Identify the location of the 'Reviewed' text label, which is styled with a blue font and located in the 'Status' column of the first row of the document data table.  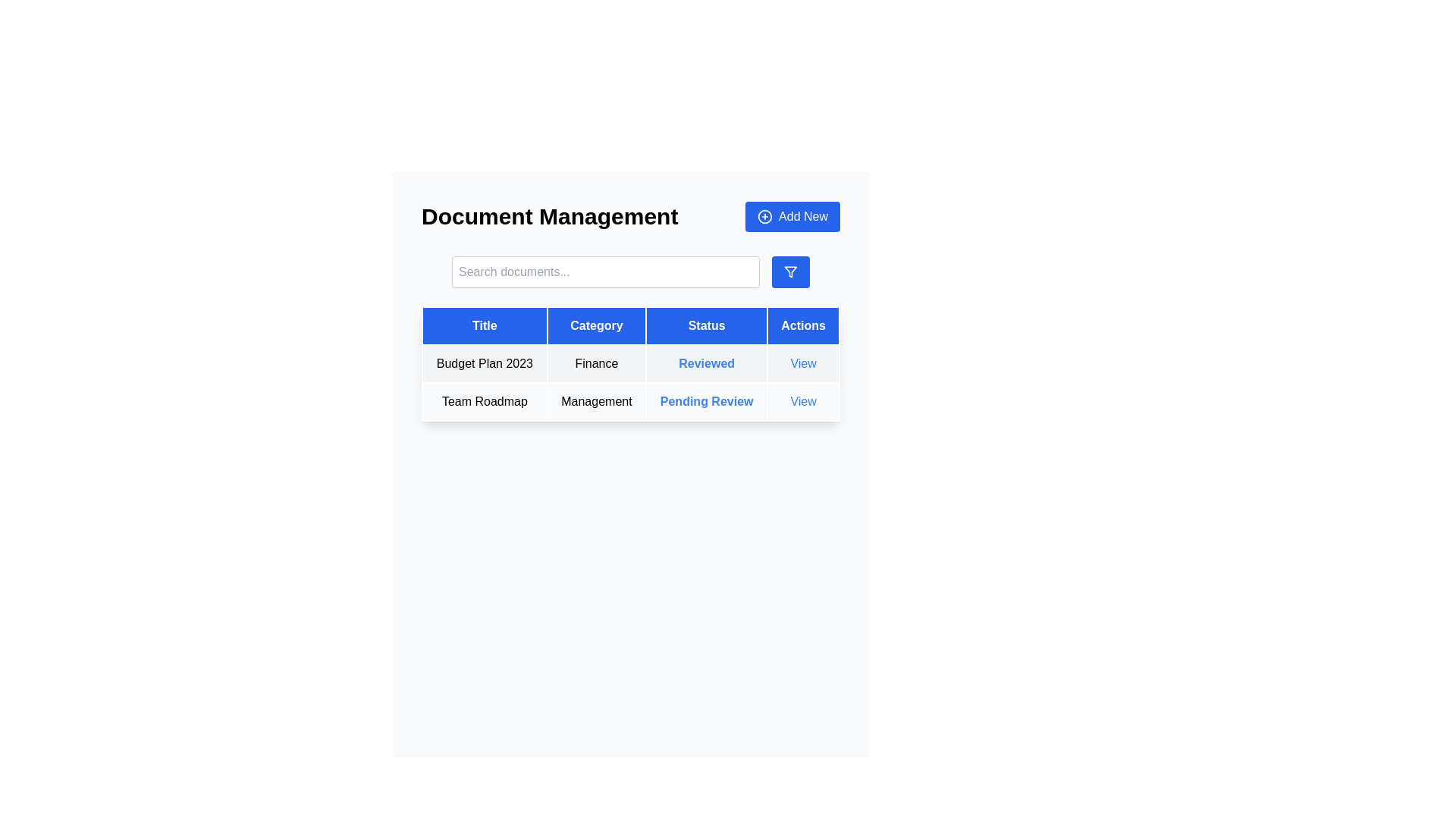
(706, 363).